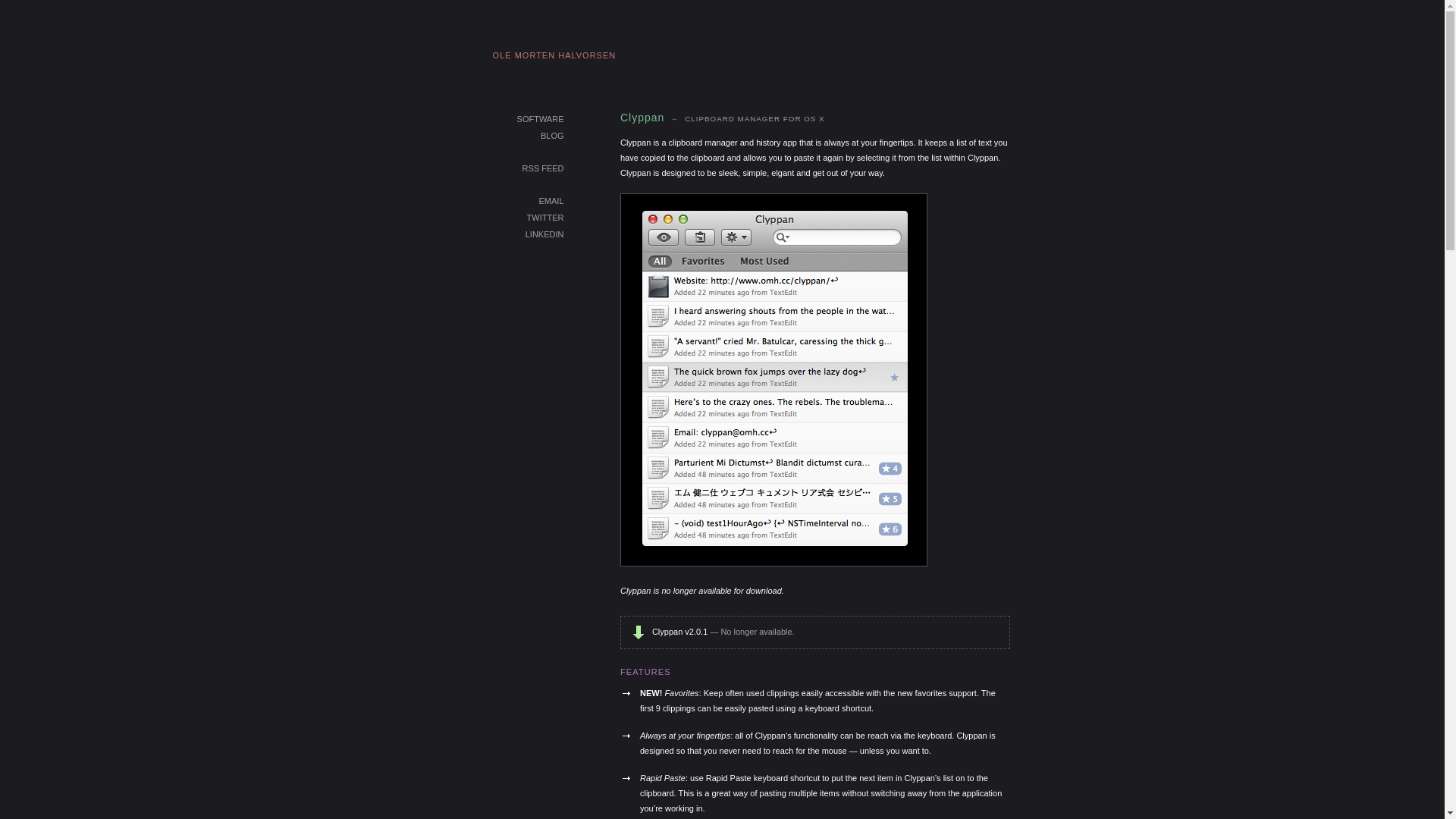  Describe the element at coordinates (551, 136) in the screenshot. I see `'BLOG'` at that location.